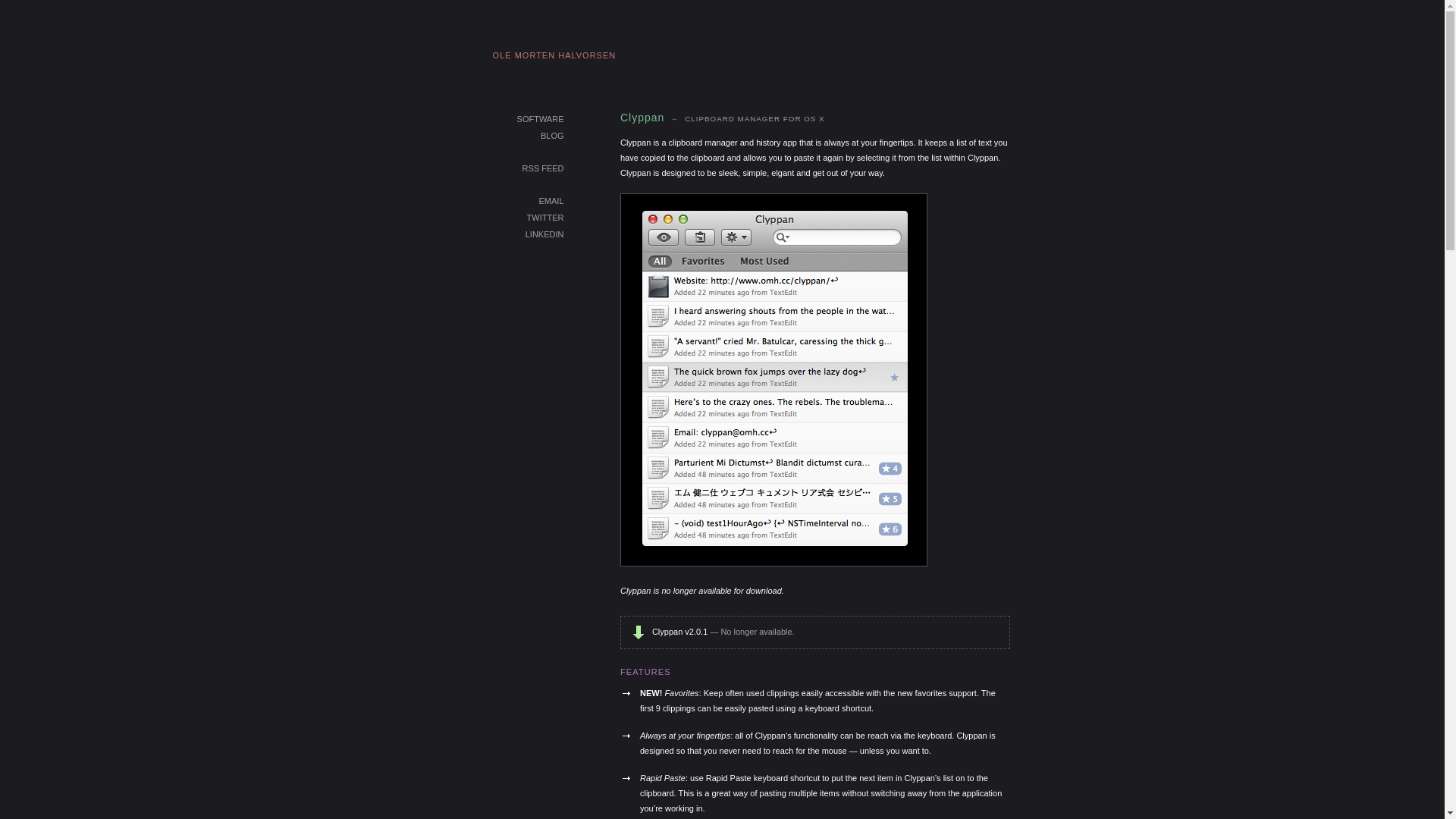  Describe the element at coordinates (551, 136) in the screenshot. I see `'BLOG'` at that location.